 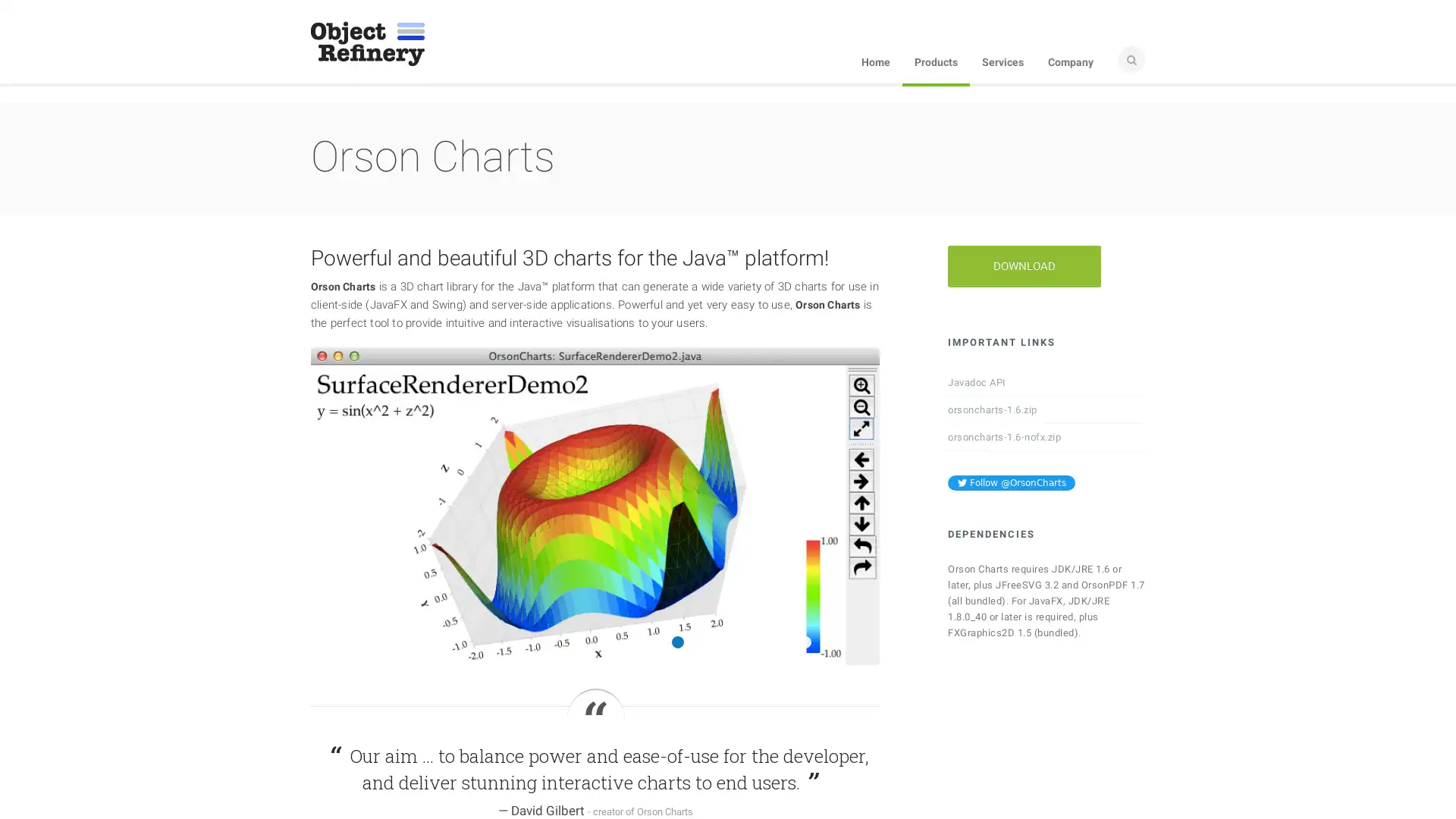 I want to click on DOWNLOAD, so click(x=1024, y=265).